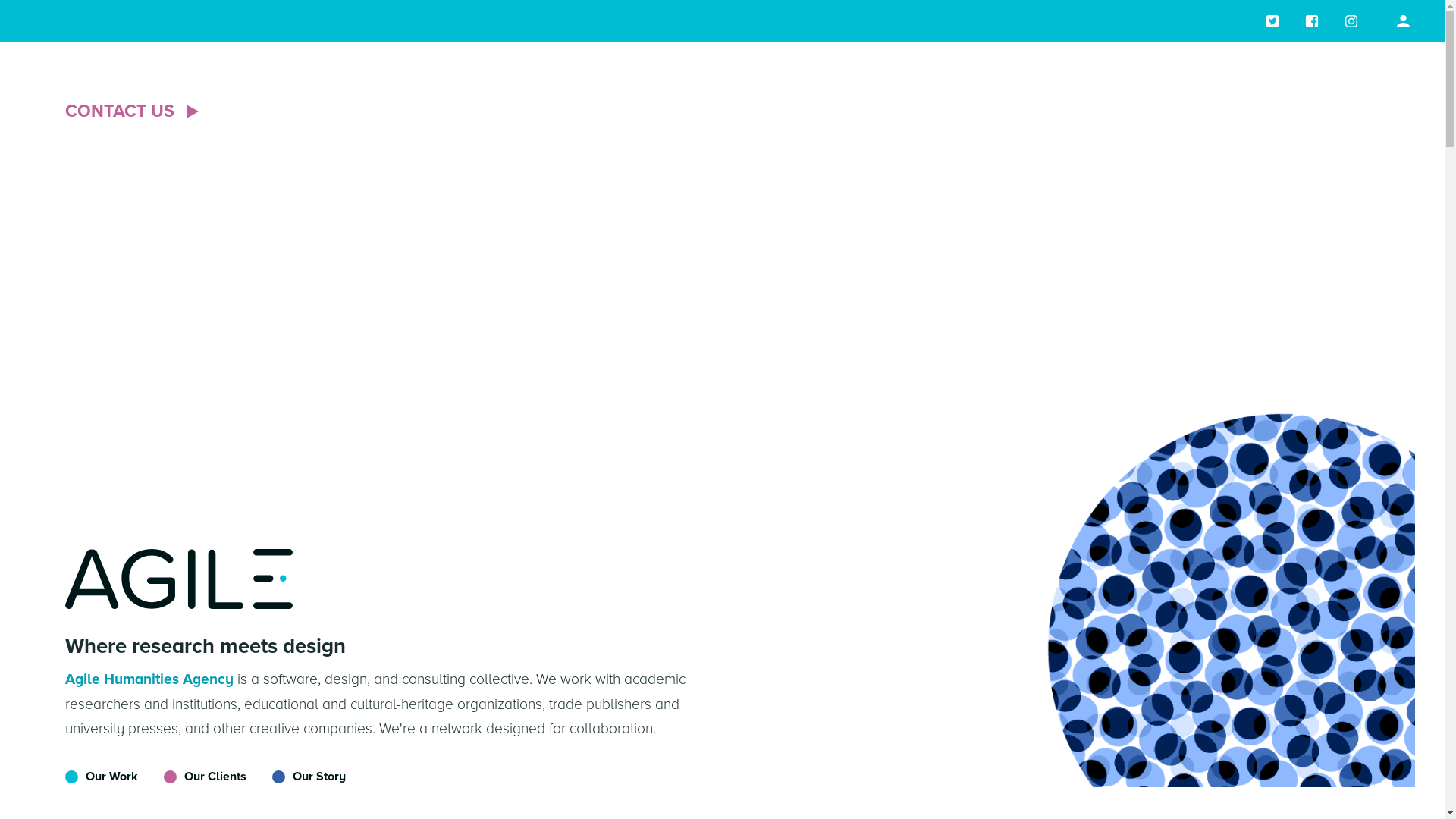 This screenshot has width=1456, height=819. What do you see at coordinates (64, 776) in the screenshot?
I see `'Our Work'` at bounding box center [64, 776].